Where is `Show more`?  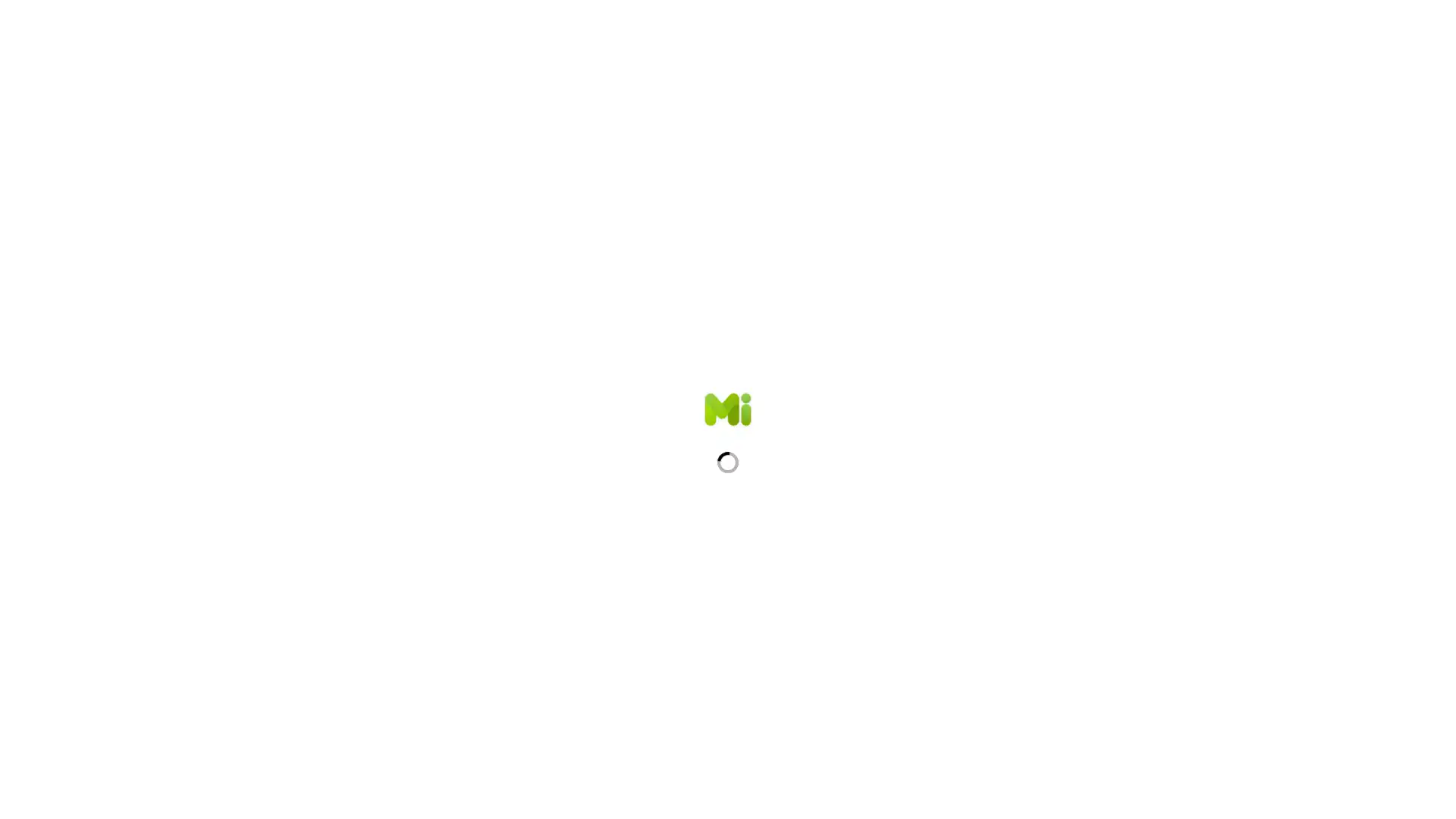
Show more is located at coordinates (934, 99).